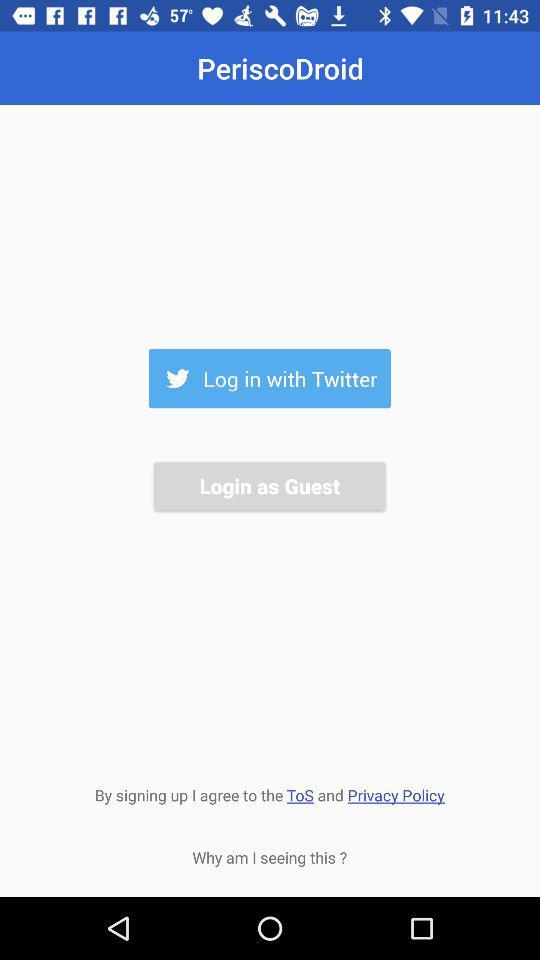 The image size is (540, 960). What do you see at coordinates (269, 484) in the screenshot?
I see `icon above the by signing up` at bounding box center [269, 484].